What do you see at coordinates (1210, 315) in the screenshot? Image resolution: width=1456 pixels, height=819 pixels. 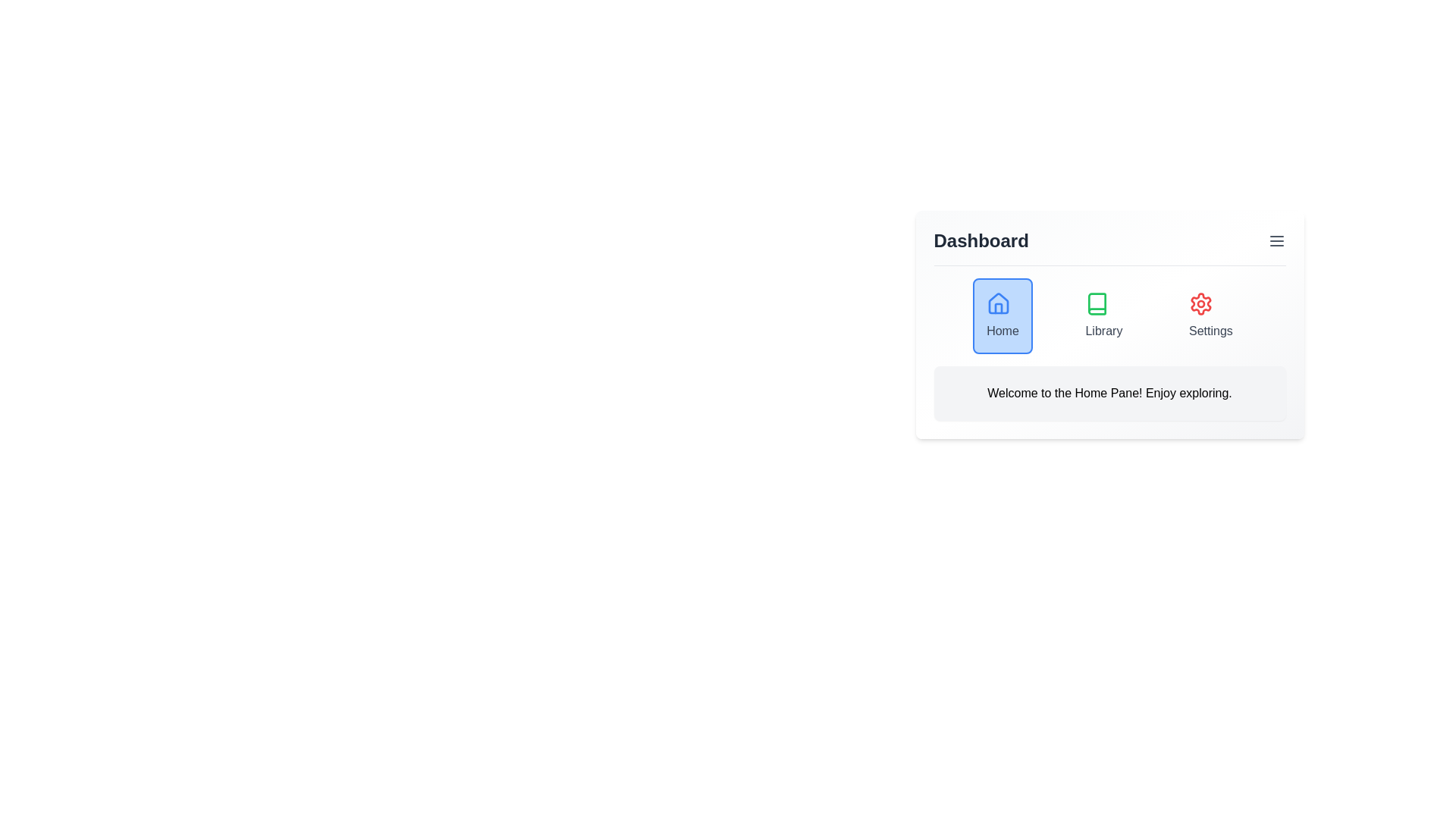 I see `the 'Settings' button, which is the third button in a horizontal row, located to the right of the 'Library' button` at bounding box center [1210, 315].